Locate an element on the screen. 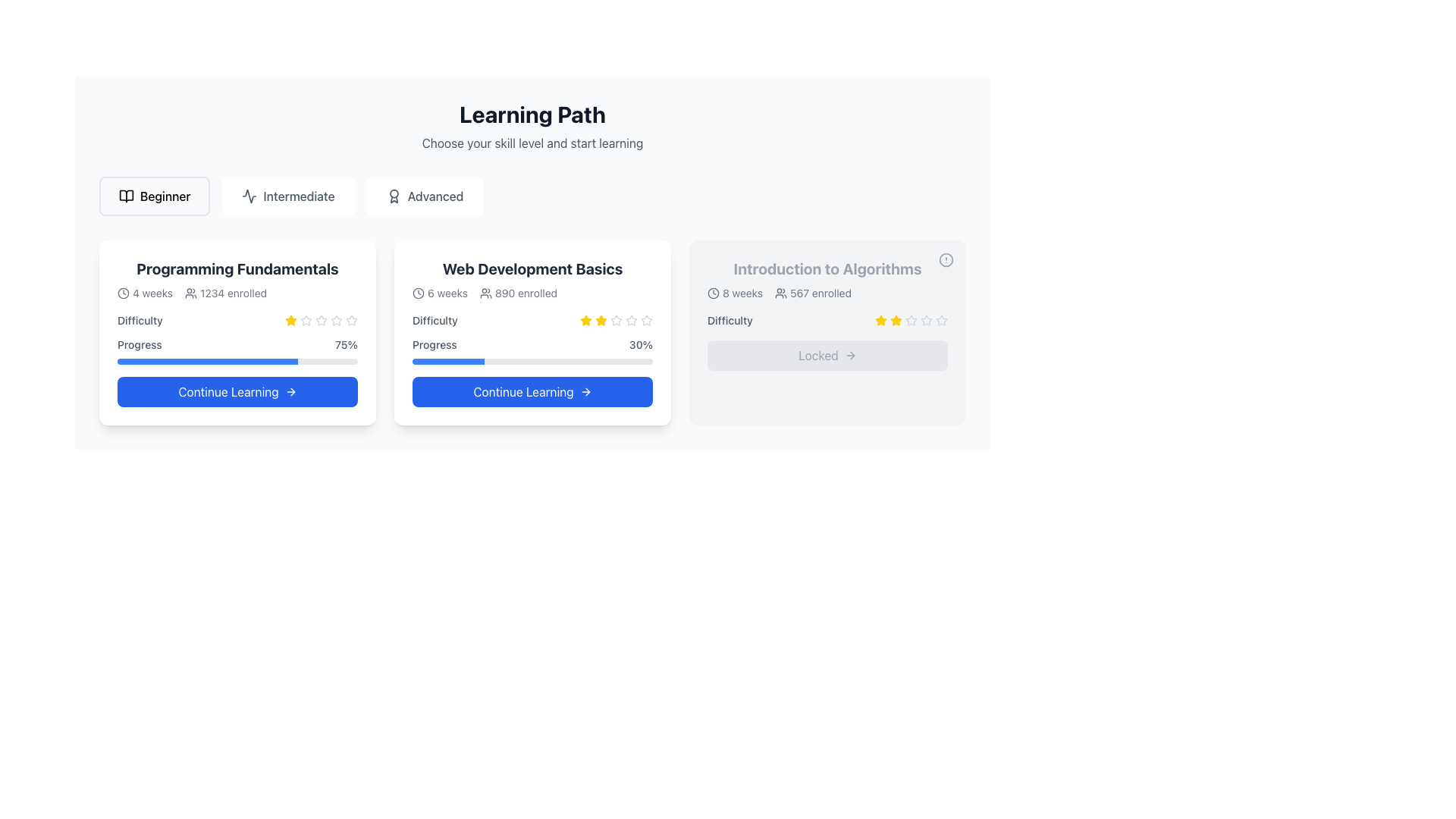 Image resolution: width=1456 pixels, height=819 pixels. the second star icon in the 5-star rating system for the 'Introduction to Algorithms' course card, which is filled with light gray color is located at coordinates (926, 319).